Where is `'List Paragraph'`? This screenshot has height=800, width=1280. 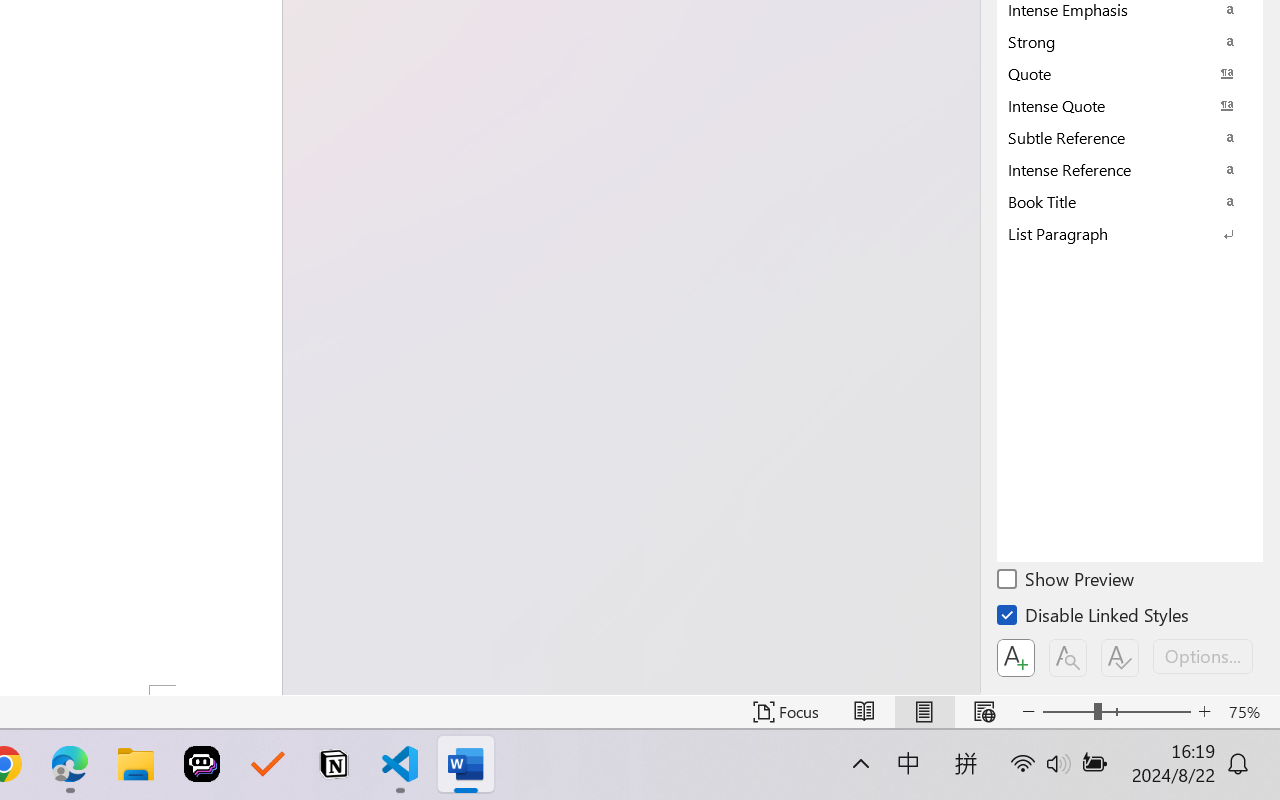 'List Paragraph' is located at coordinates (1130, 233).